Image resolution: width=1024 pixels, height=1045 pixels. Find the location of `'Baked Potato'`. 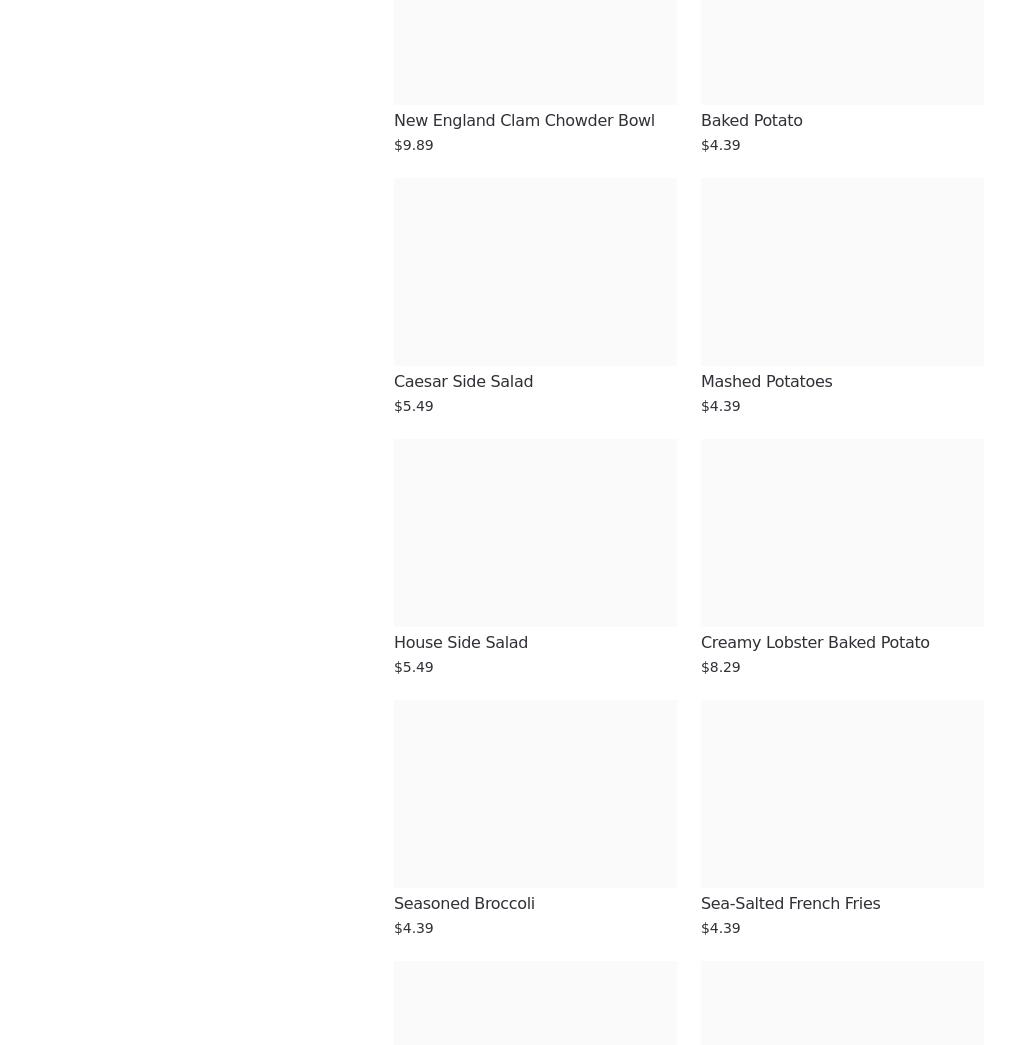

'Baked Potato' is located at coordinates (750, 119).